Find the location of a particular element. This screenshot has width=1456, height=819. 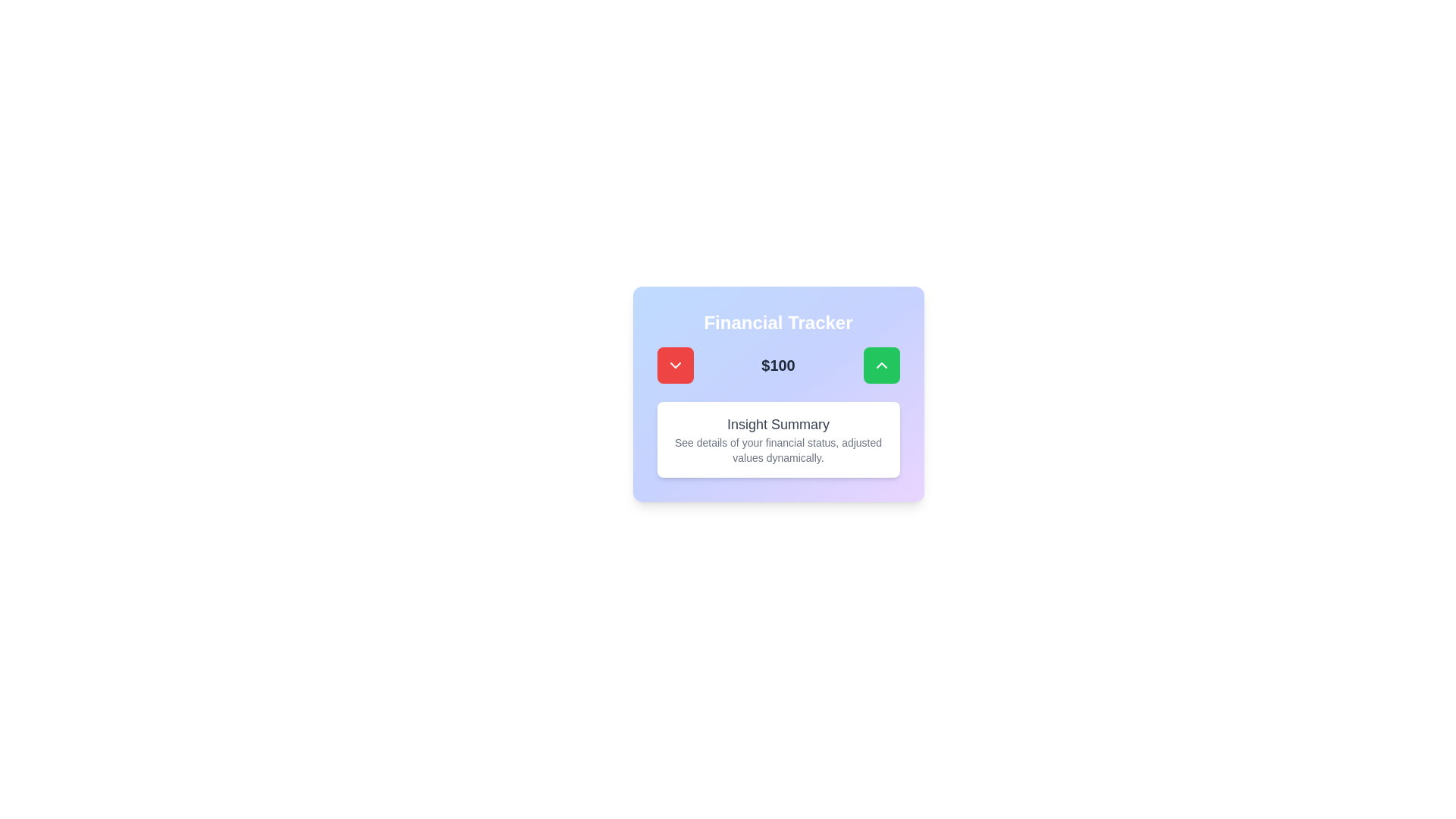

the red button with a white downward chevron icon located to the left of the '$100' text for visual feedback is located at coordinates (674, 366).